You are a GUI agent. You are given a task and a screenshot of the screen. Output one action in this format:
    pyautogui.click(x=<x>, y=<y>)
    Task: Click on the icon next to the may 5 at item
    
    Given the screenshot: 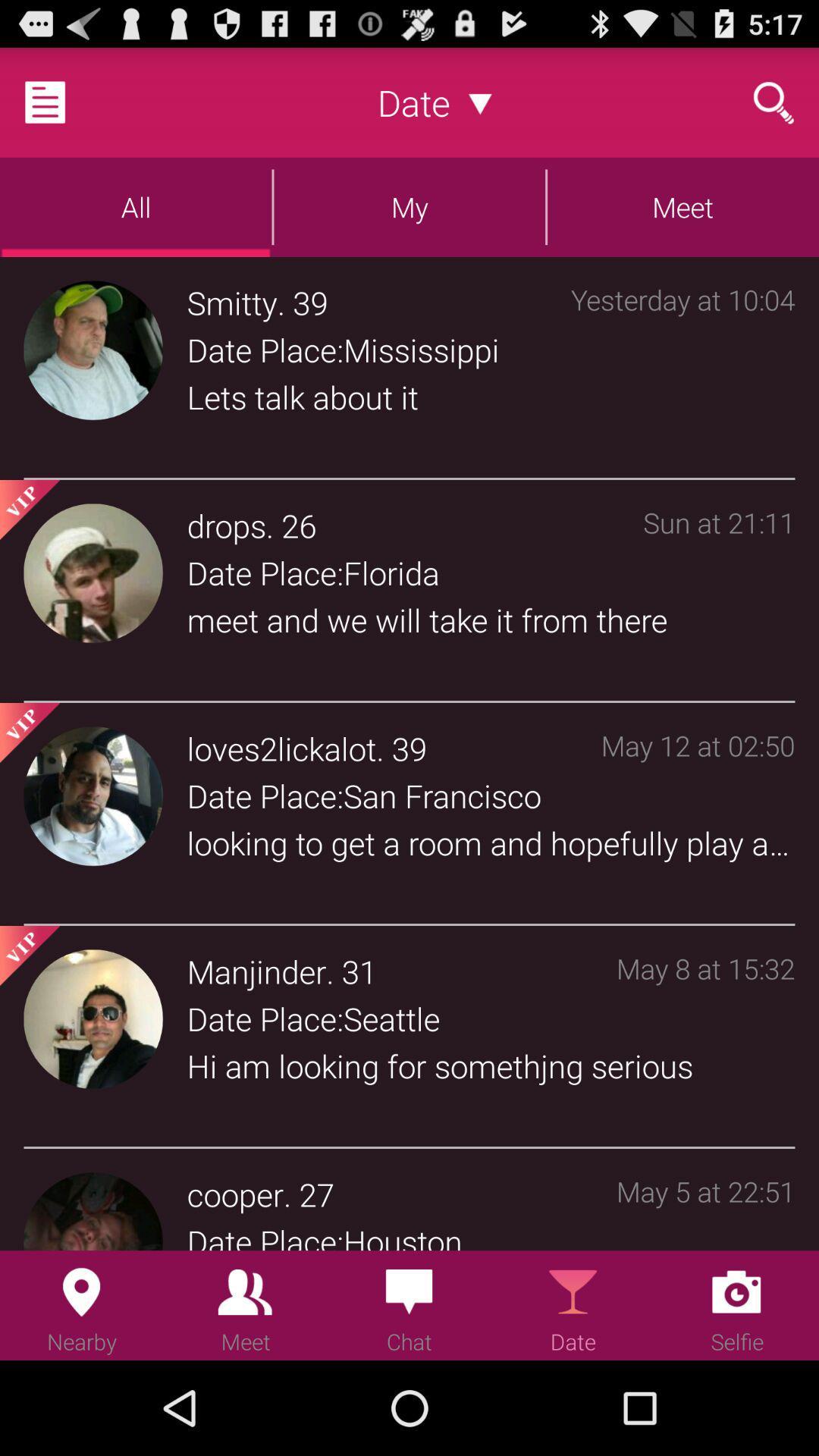 What is the action you would take?
    pyautogui.click(x=315, y=1193)
    